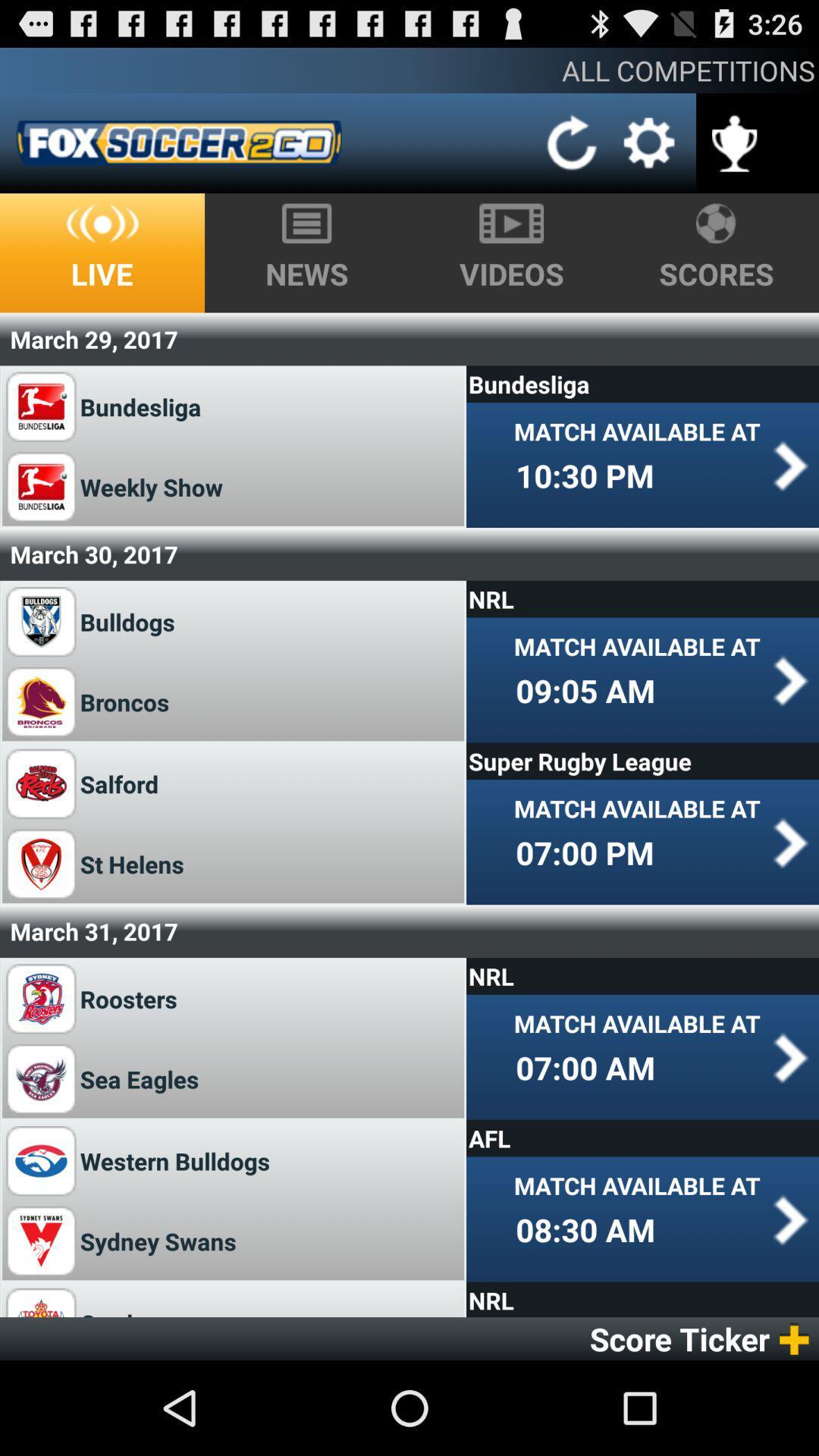 The height and width of the screenshot is (1456, 819). What do you see at coordinates (158, 1241) in the screenshot?
I see `the app next to the 08:30 am` at bounding box center [158, 1241].